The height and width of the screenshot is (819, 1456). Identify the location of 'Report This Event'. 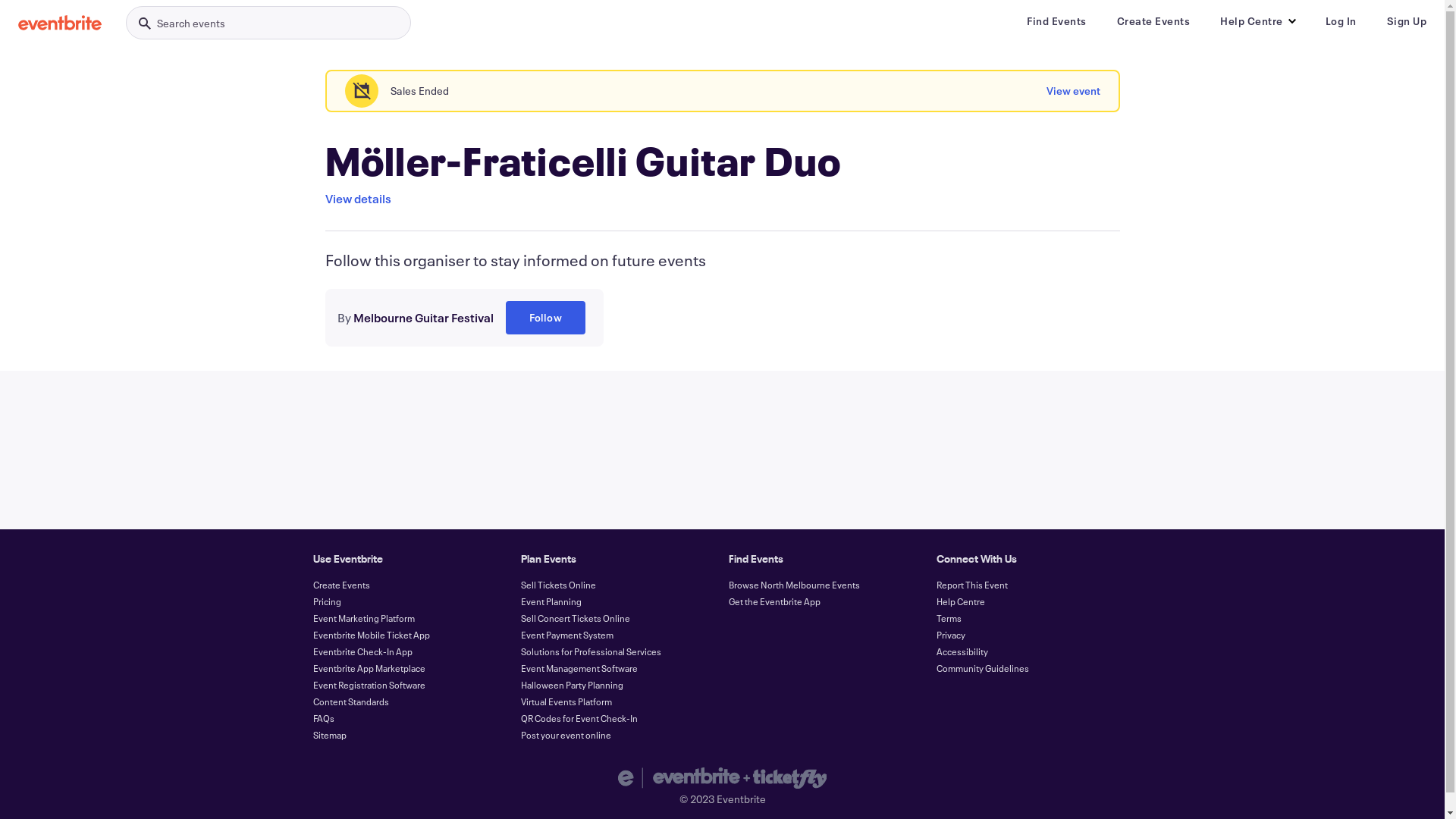
(971, 584).